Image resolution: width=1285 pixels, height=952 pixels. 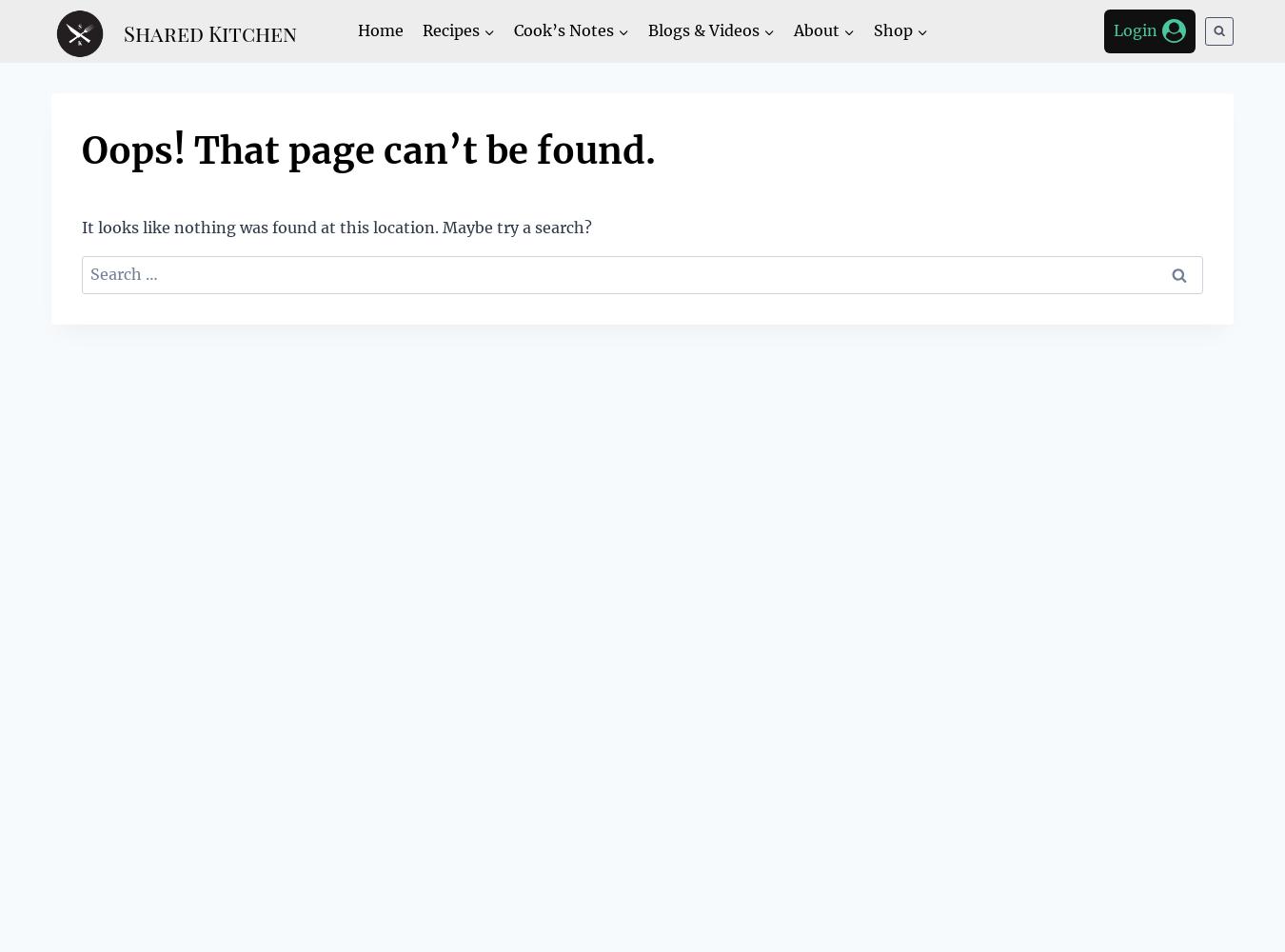 I want to click on 'Oops! That page can’t be found.', so click(x=368, y=150).